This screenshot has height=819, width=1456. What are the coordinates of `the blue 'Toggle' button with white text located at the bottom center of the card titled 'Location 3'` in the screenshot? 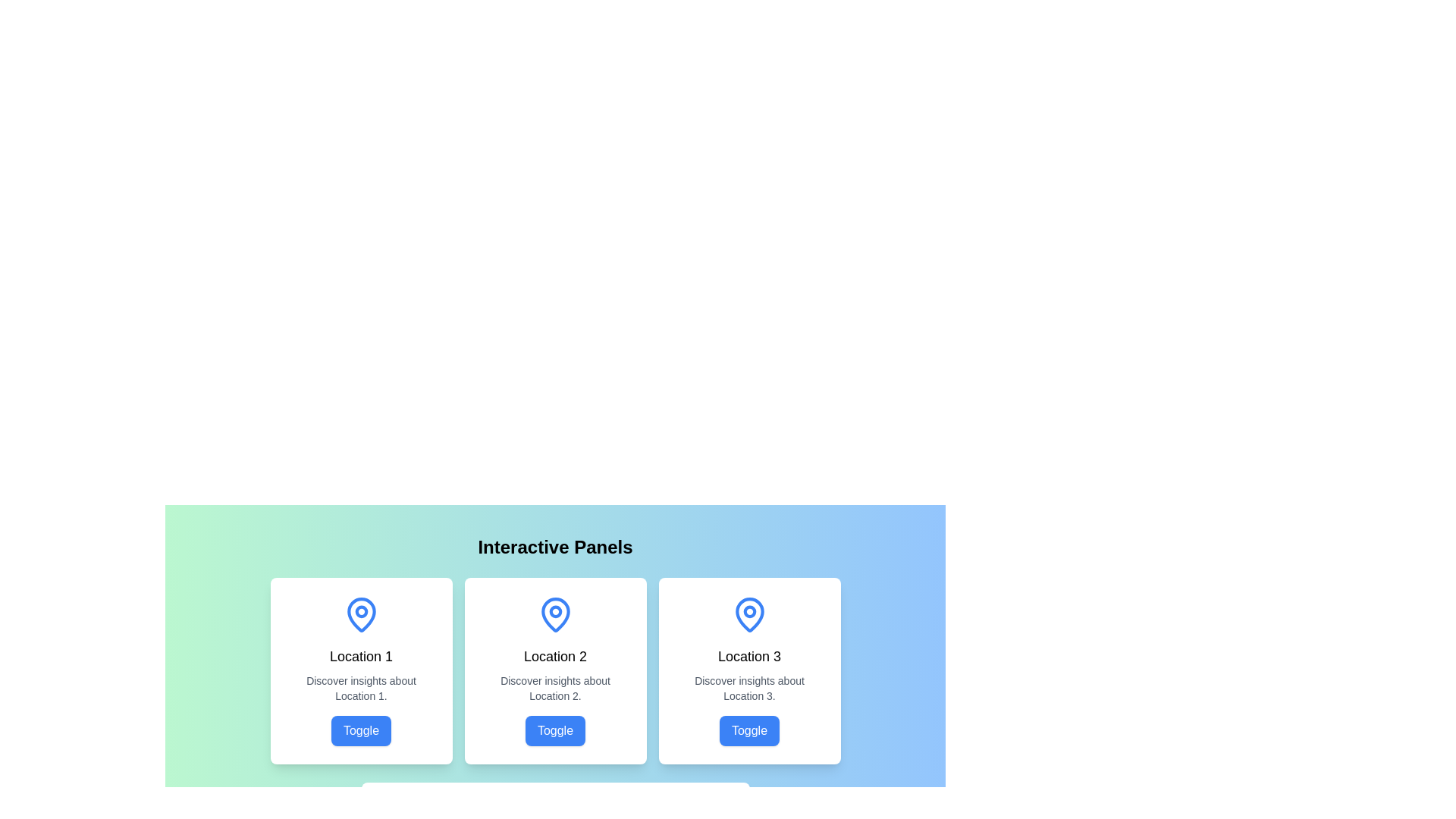 It's located at (749, 730).